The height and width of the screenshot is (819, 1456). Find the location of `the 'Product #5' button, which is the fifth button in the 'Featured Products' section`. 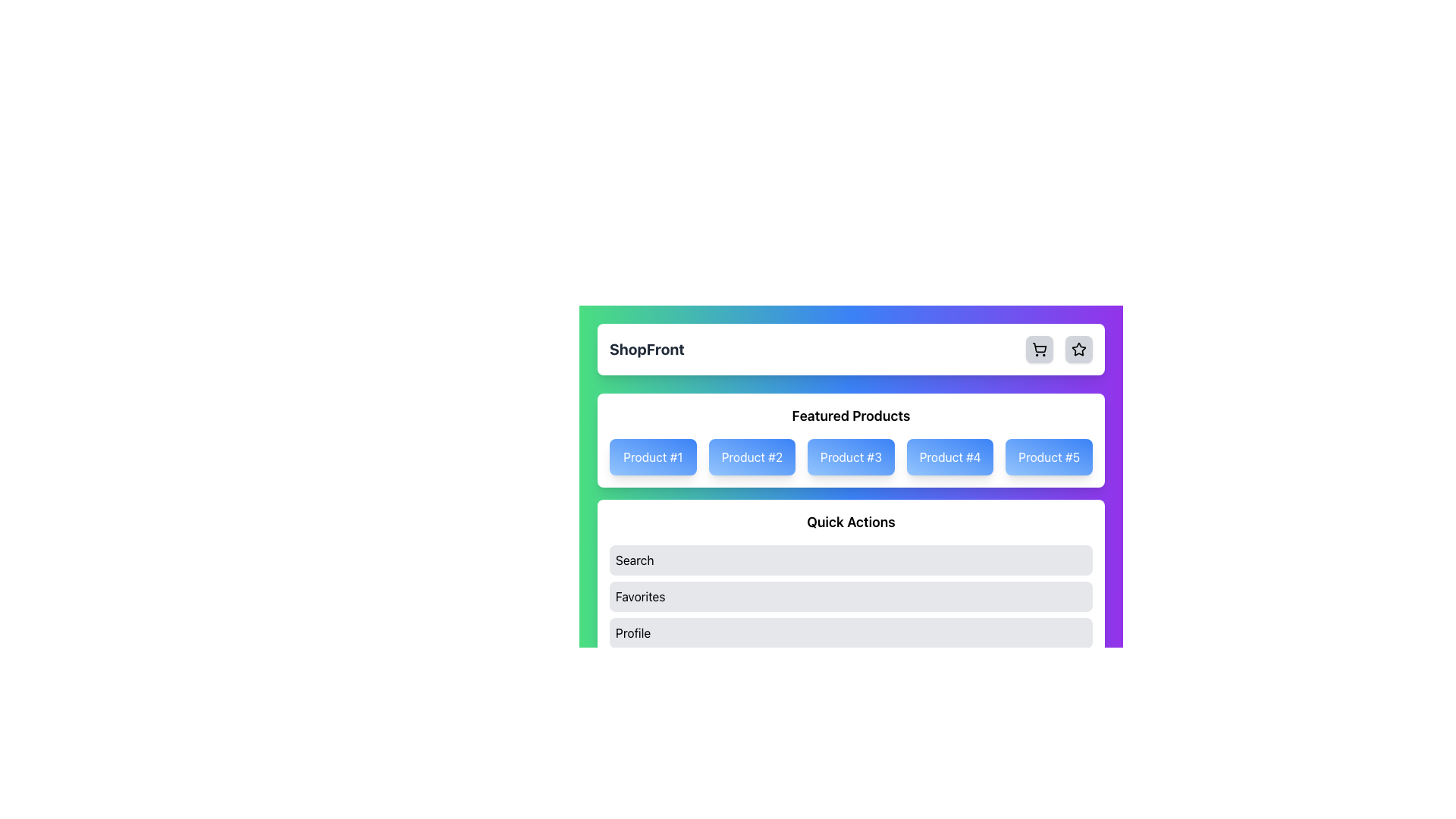

the 'Product #5' button, which is the fifth button in the 'Featured Products' section is located at coordinates (1048, 456).